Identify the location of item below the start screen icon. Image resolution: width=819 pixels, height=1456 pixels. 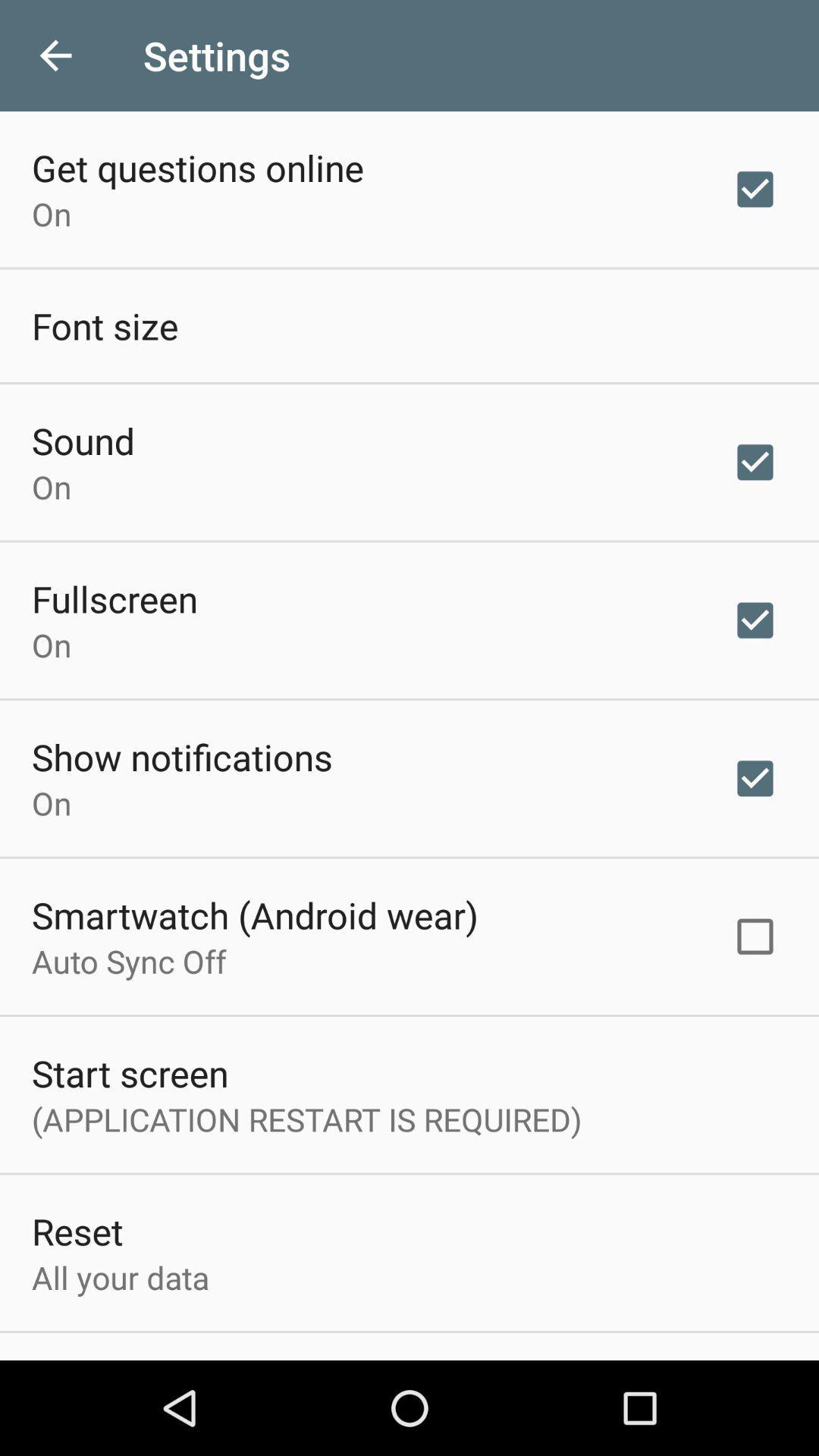
(306, 1119).